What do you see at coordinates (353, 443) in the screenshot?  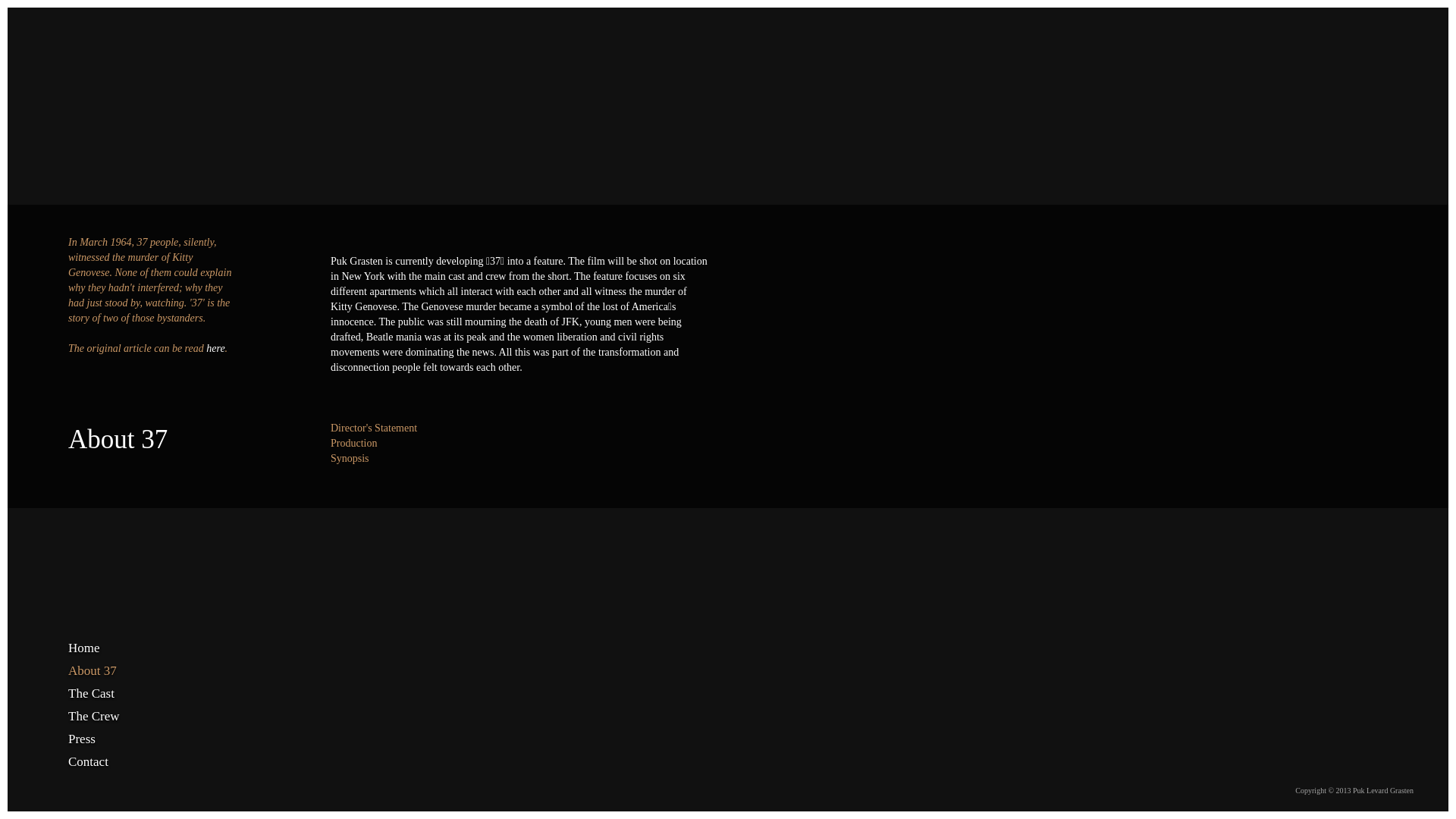 I see `'Production'` at bounding box center [353, 443].